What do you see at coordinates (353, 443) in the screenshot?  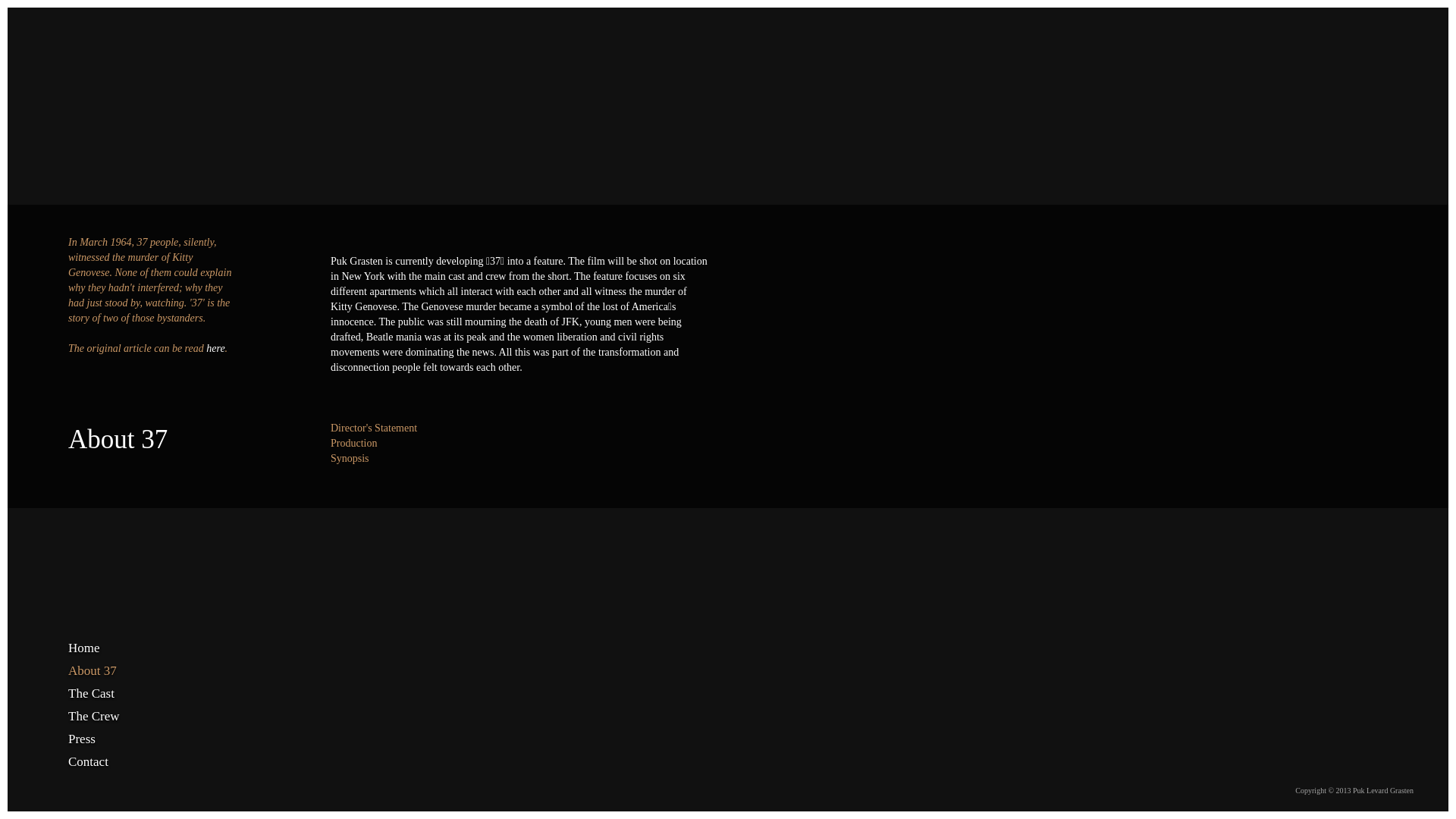 I see `'Production'` at bounding box center [353, 443].